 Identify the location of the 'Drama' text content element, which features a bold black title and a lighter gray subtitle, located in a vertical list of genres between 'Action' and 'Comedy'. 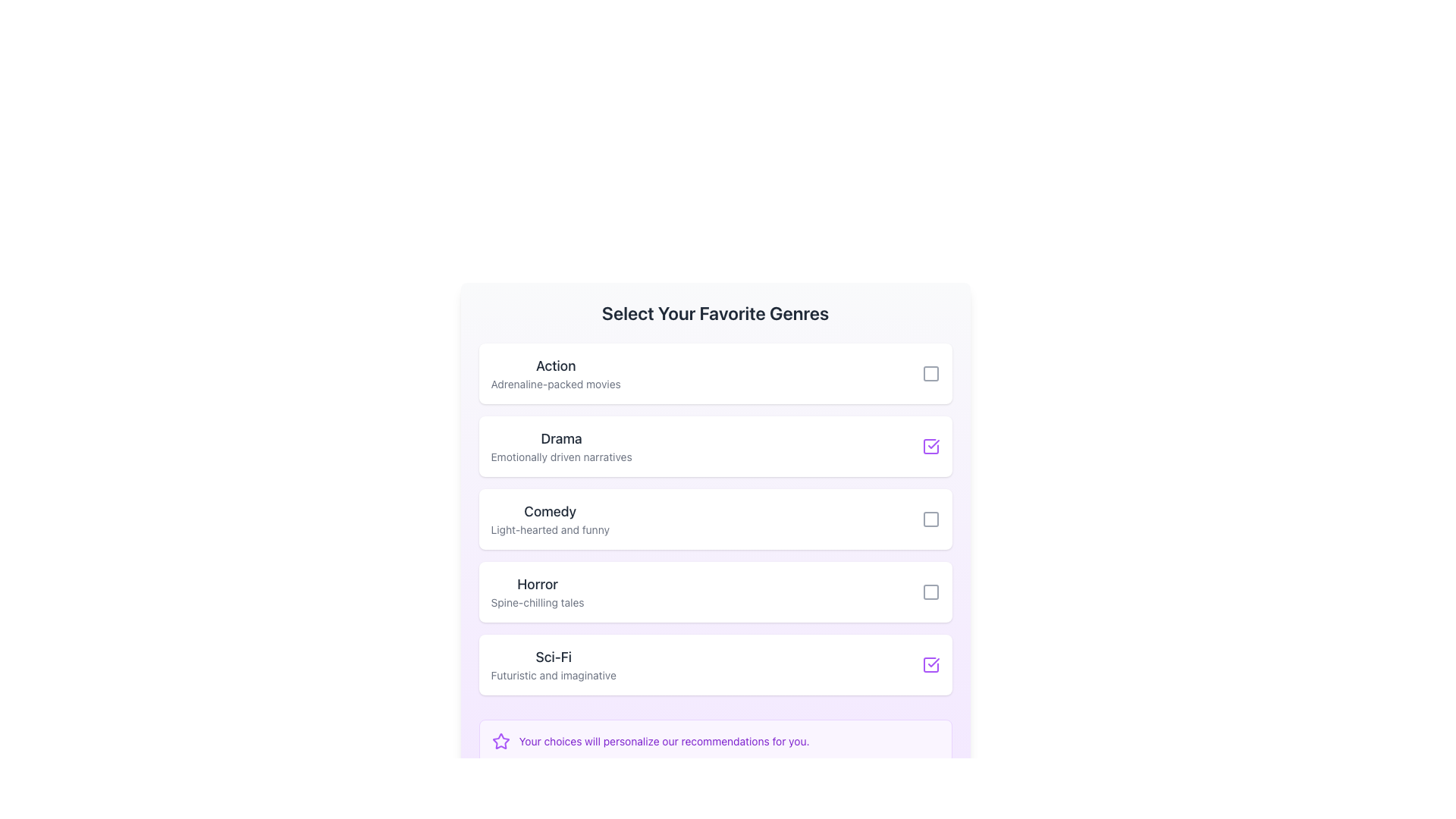
(560, 446).